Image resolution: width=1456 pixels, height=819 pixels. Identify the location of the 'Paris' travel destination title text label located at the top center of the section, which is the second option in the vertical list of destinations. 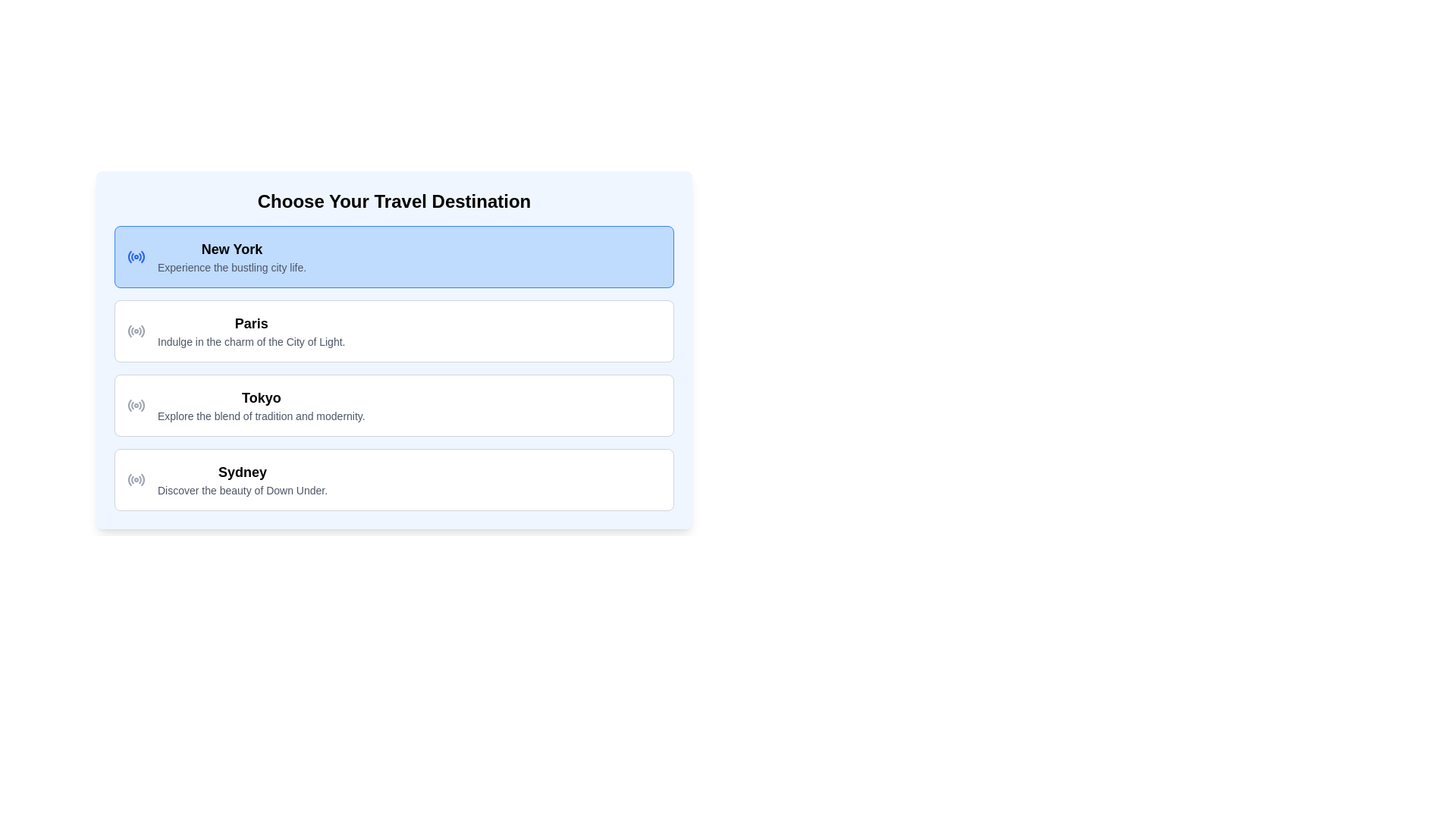
(251, 323).